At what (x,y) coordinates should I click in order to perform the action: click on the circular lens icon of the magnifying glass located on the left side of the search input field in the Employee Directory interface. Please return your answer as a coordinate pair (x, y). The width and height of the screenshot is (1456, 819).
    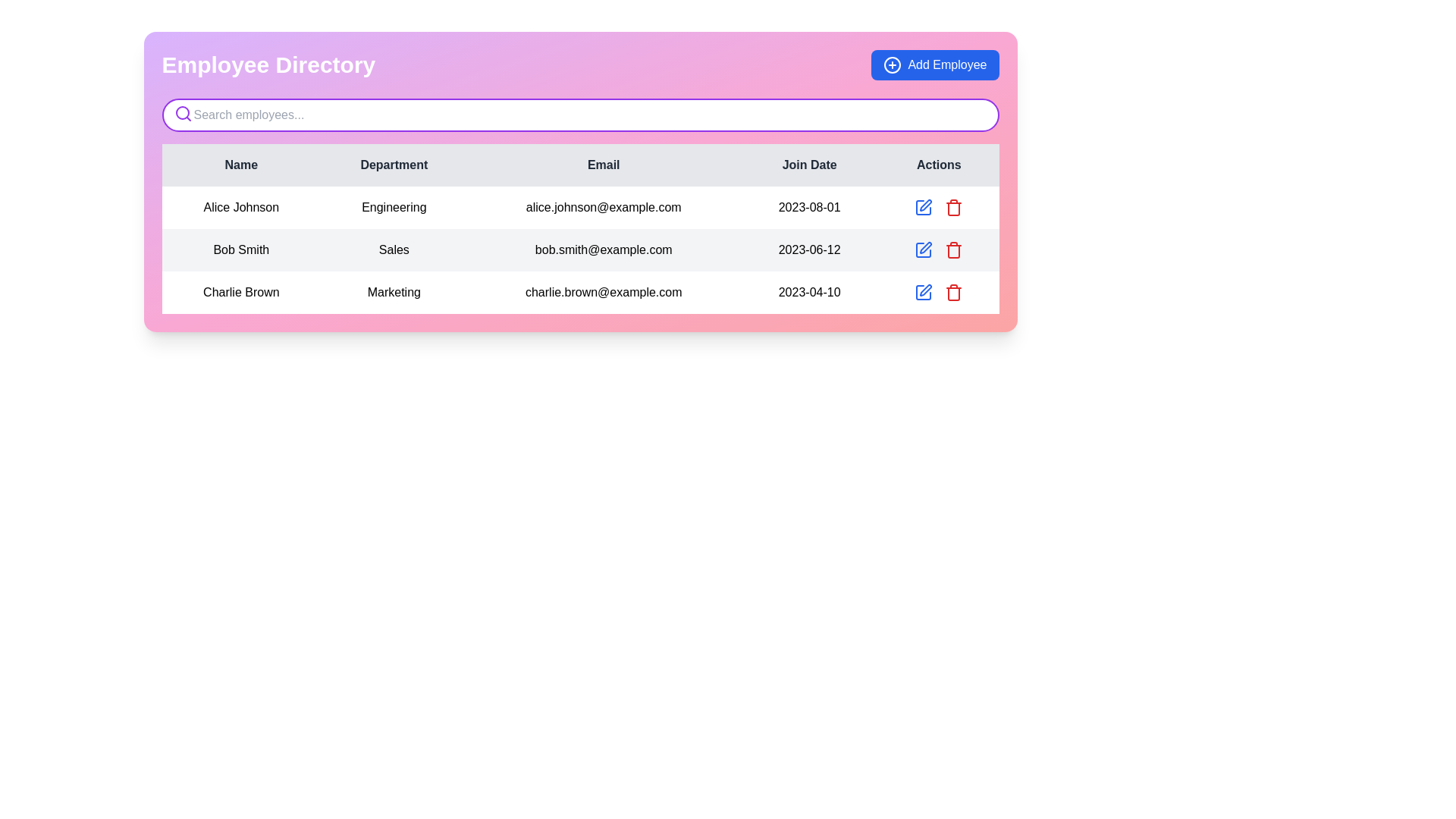
    Looking at the image, I should click on (182, 112).